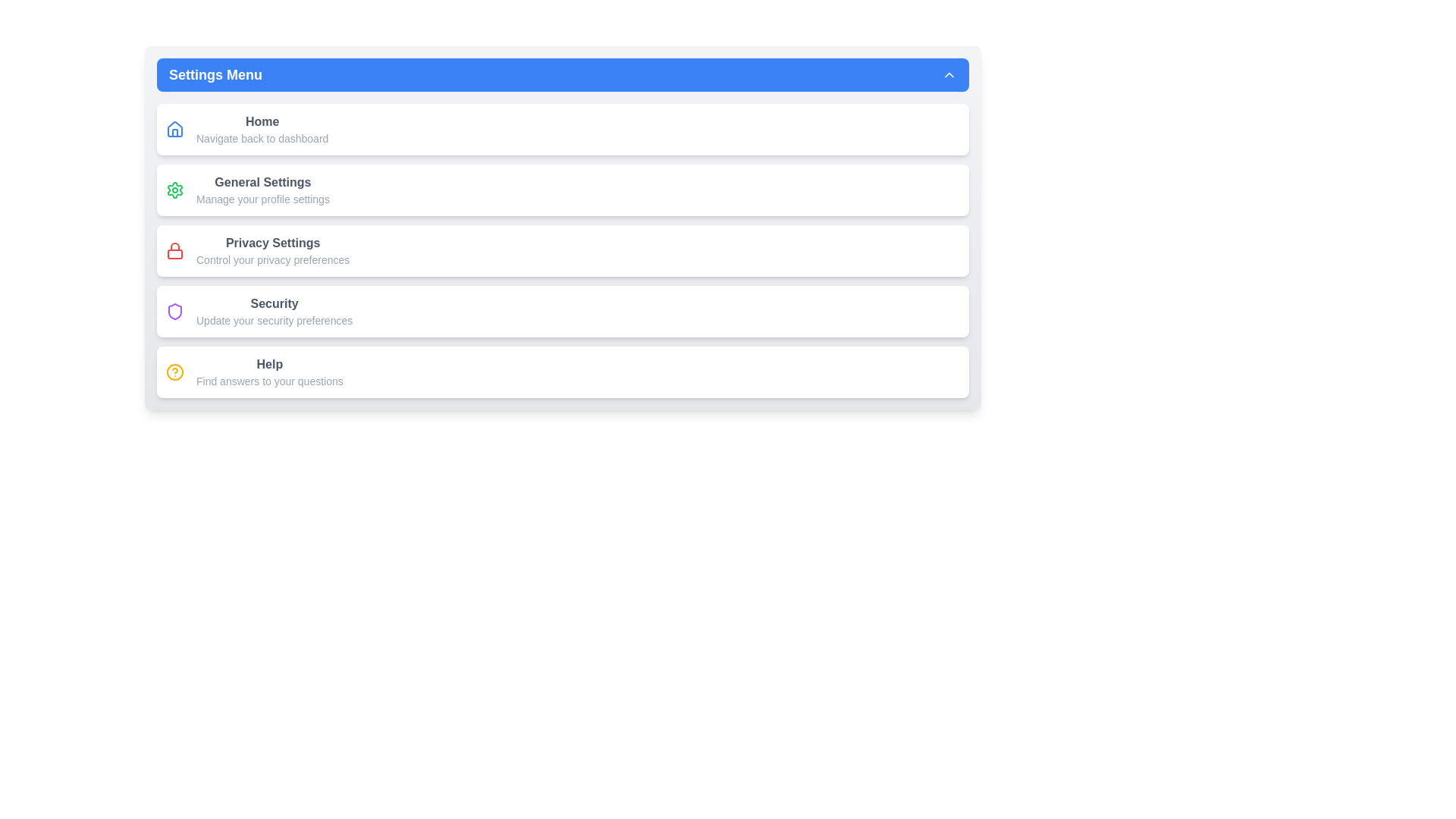 The width and height of the screenshot is (1456, 819). I want to click on the text label displaying 'Find answers to your questions', which is styled in a small, light gray font and positioned directly below the 'Help' title in the settings menu, so click(269, 380).